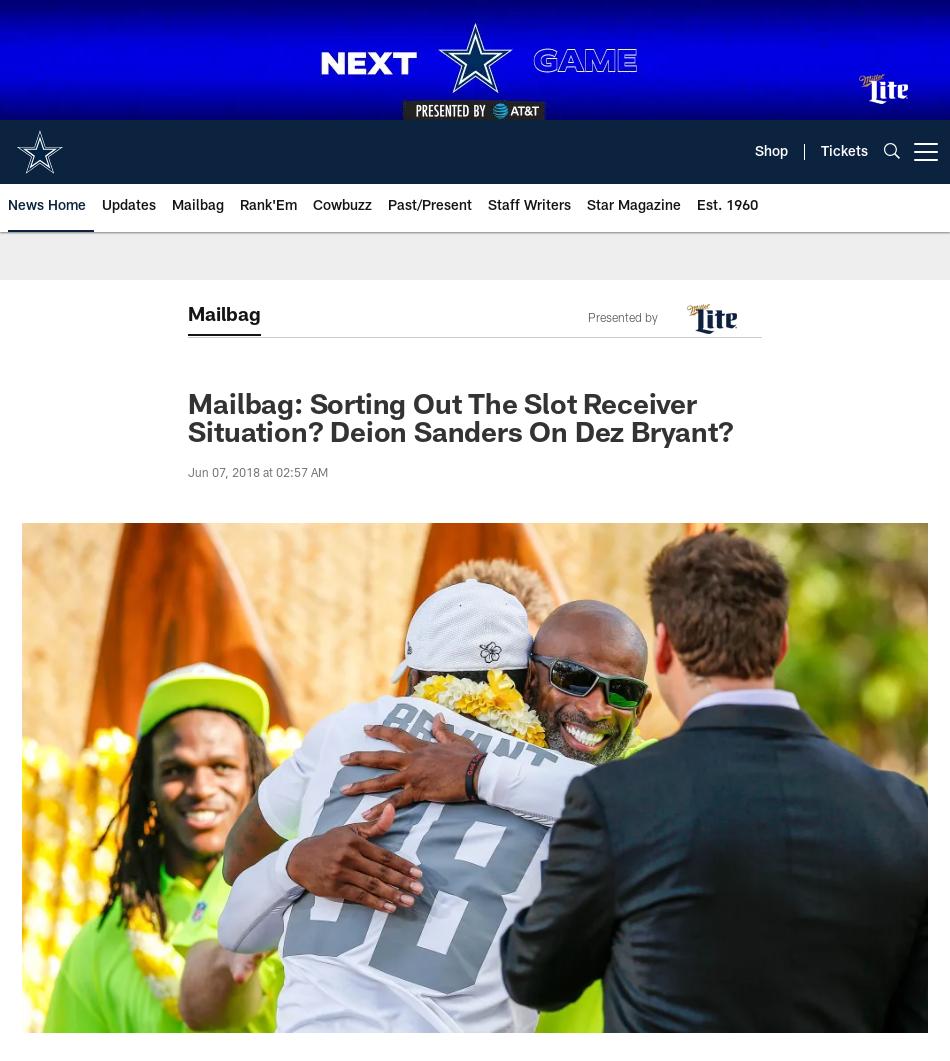  What do you see at coordinates (697, 206) in the screenshot?
I see `'Est. 1960'` at bounding box center [697, 206].